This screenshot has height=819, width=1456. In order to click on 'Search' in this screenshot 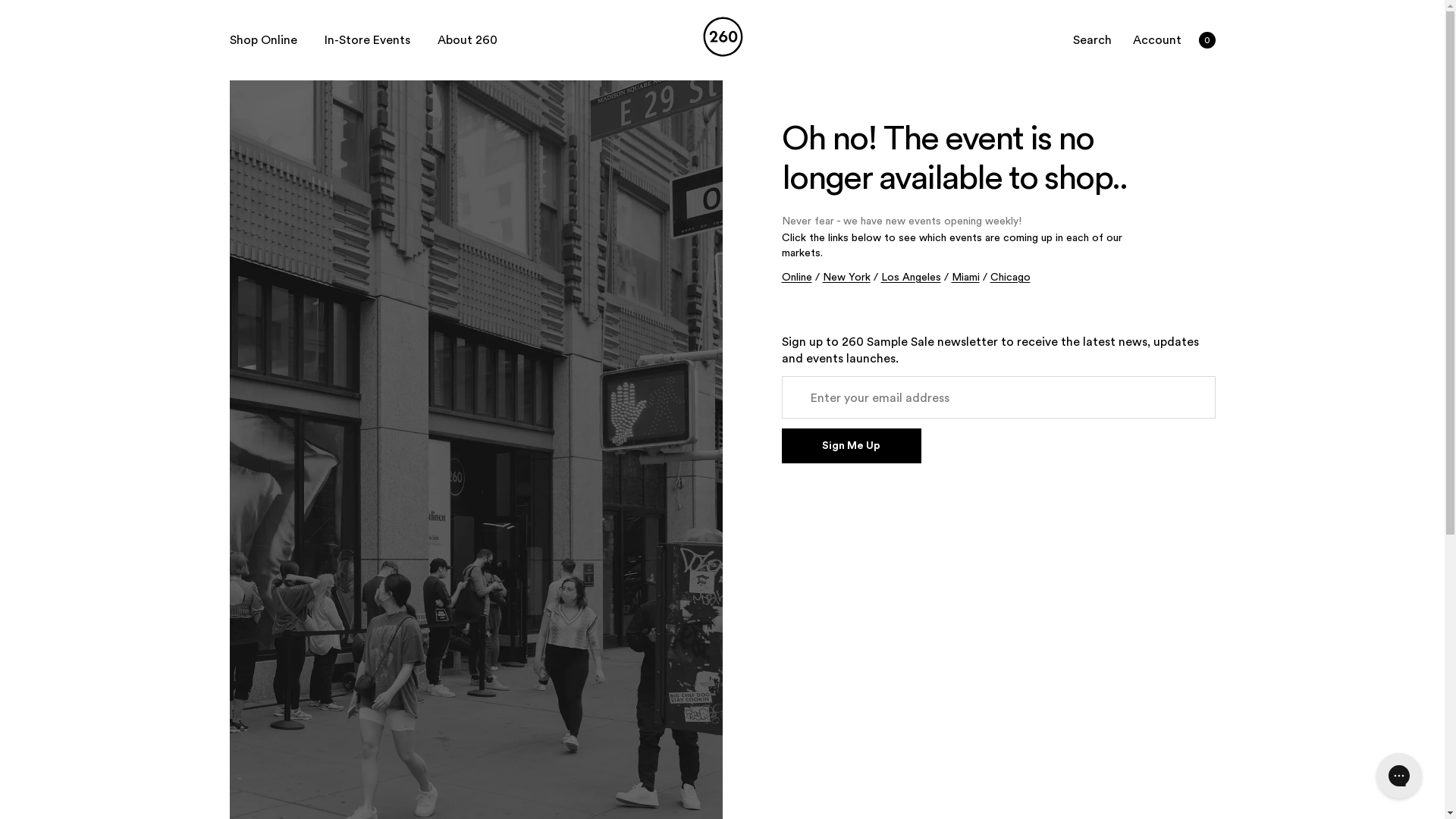, I will do `click(1093, 39)`.